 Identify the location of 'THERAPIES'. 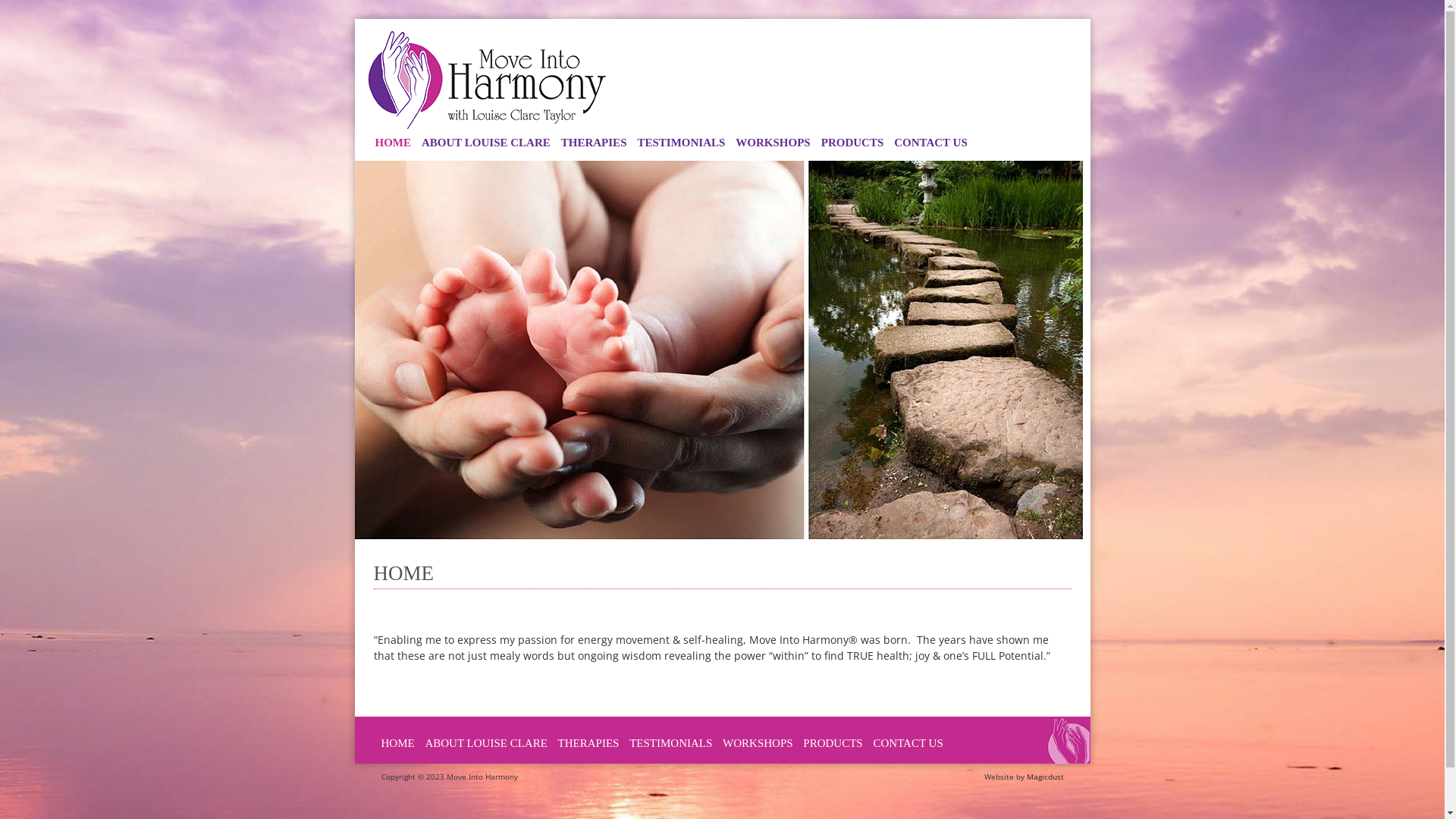
(588, 742).